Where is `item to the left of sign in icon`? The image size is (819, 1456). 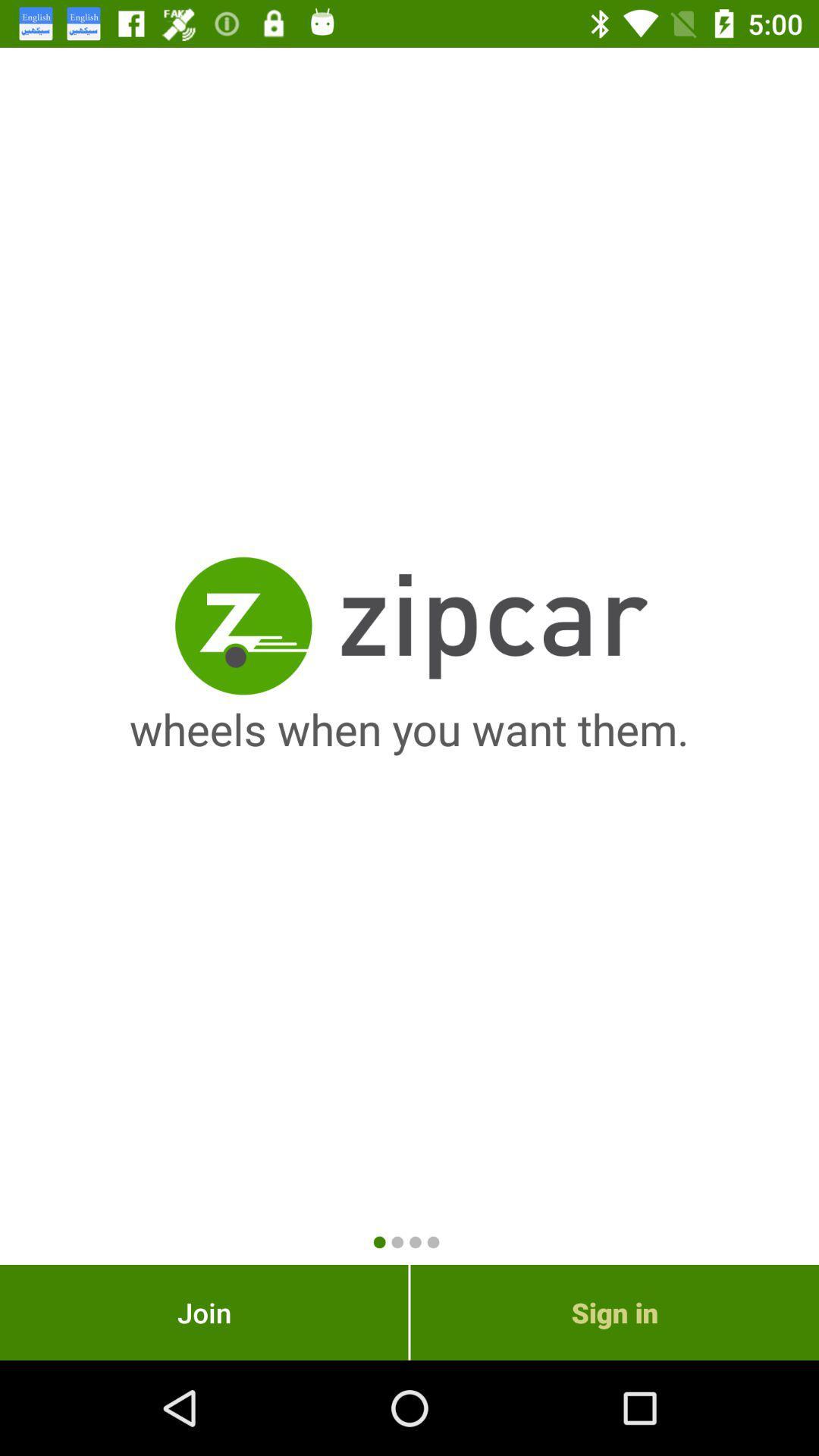
item to the left of sign in icon is located at coordinates (203, 1312).